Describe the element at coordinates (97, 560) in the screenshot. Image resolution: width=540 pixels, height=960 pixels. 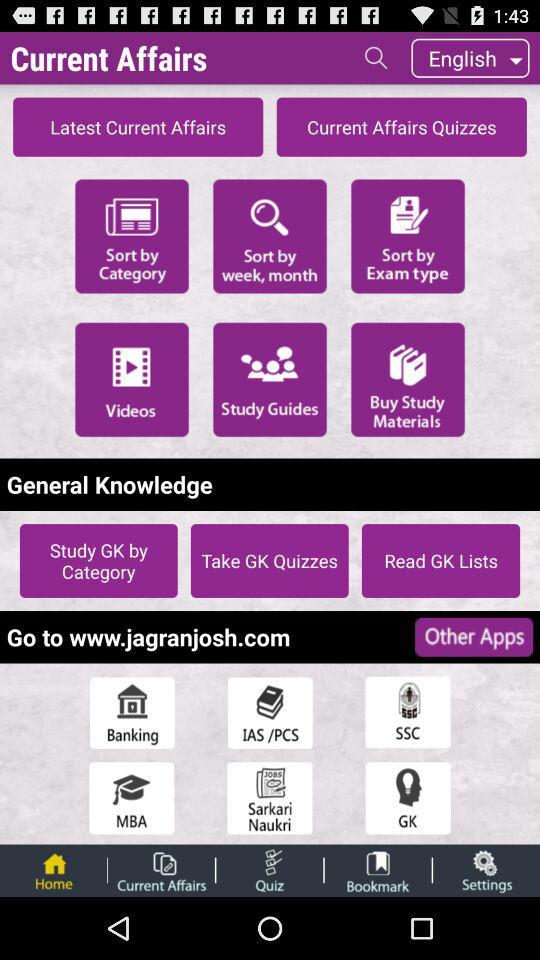
I see `the icon above go to www app` at that location.